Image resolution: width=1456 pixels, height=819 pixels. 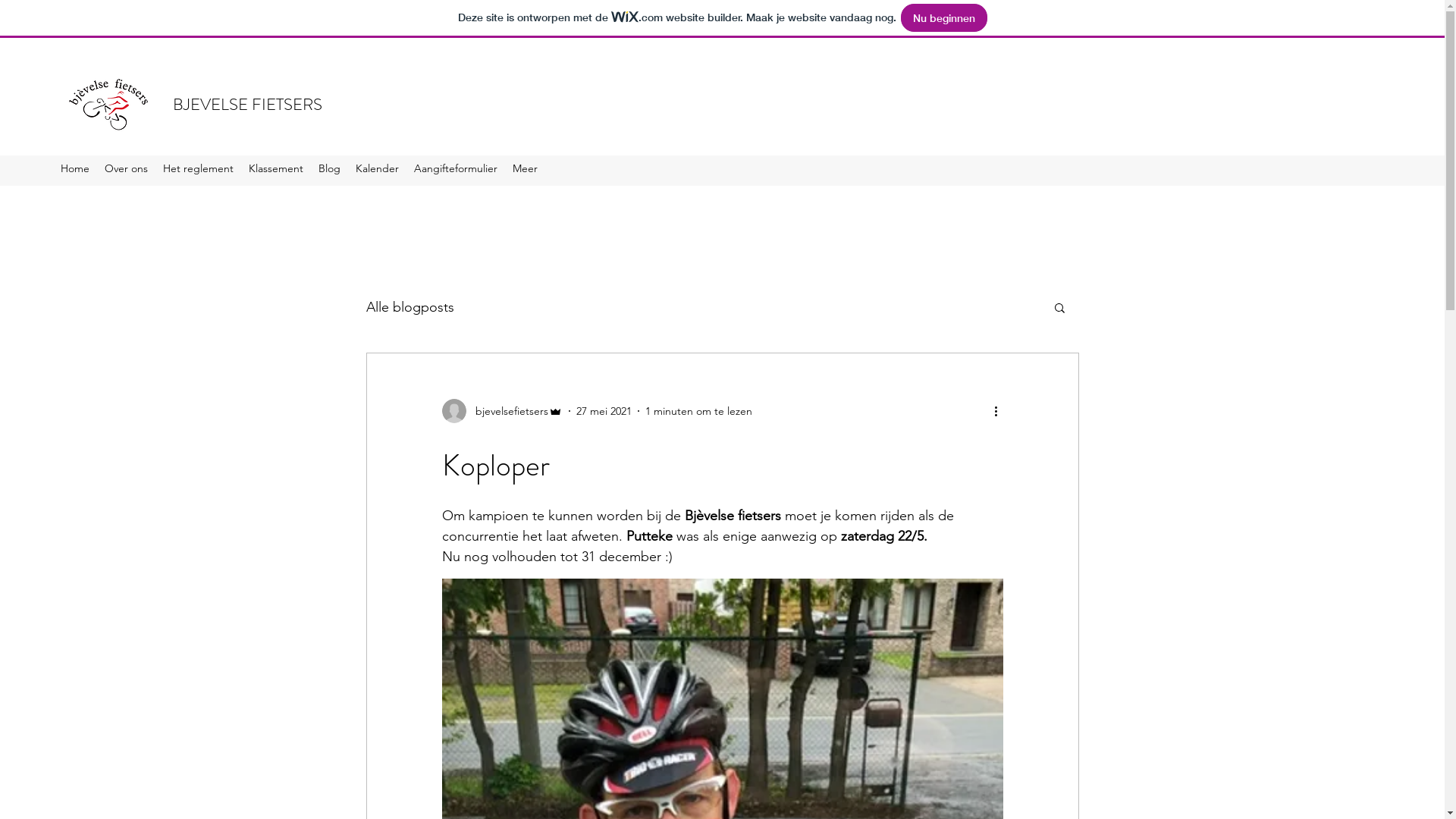 What do you see at coordinates (197, 170) in the screenshot?
I see `'Het reglement'` at bounding box center [197, 170].